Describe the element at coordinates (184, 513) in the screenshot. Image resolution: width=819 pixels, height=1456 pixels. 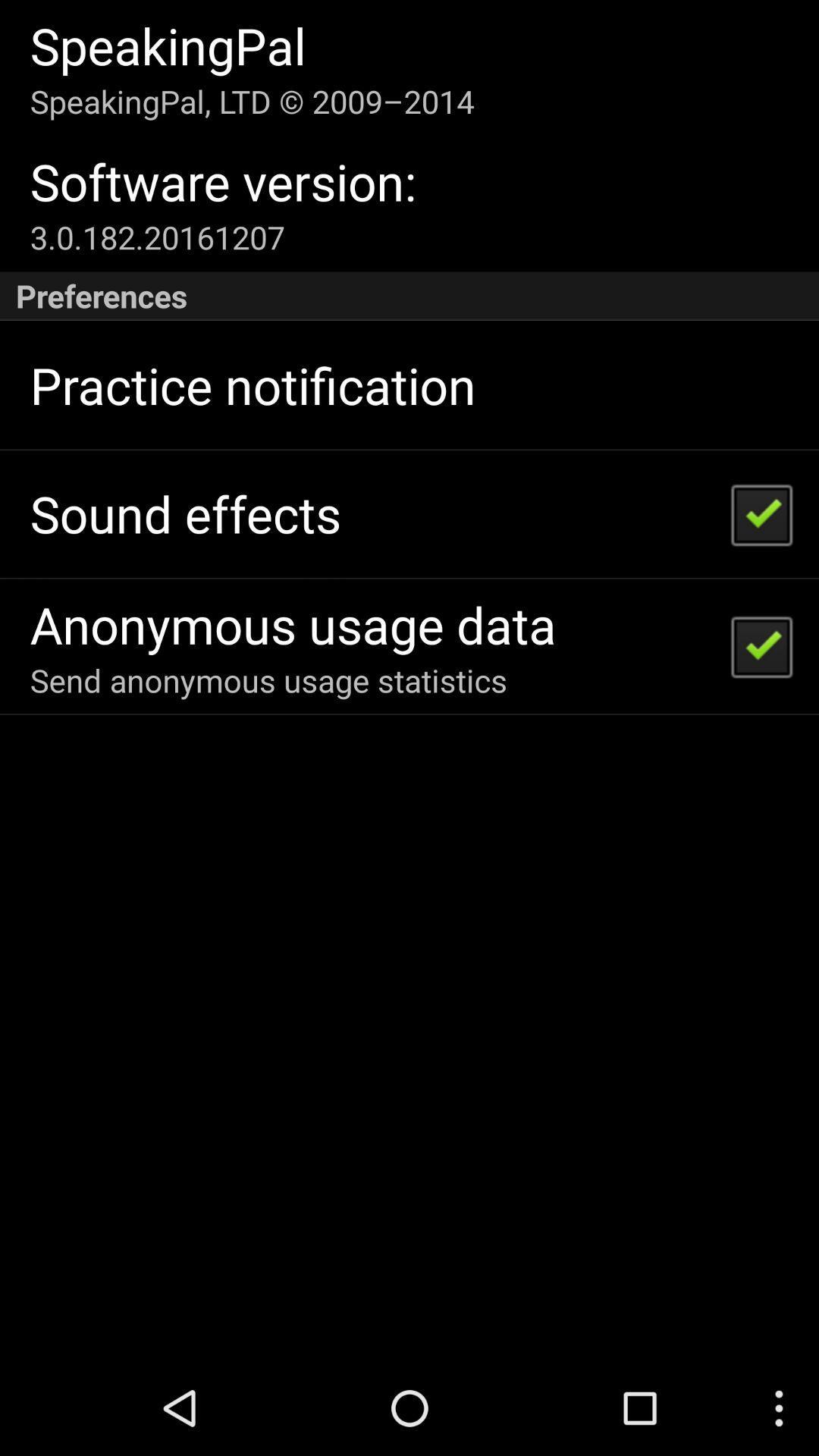
I see `app below practice notification item` at that location.